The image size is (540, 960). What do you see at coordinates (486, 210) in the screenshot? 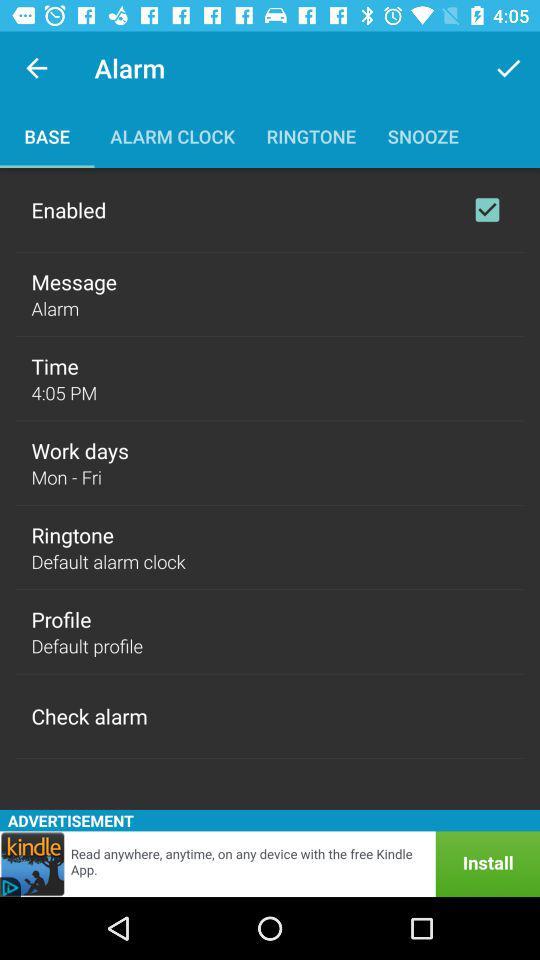
I see `enable option` at bounding box center [486, 210].